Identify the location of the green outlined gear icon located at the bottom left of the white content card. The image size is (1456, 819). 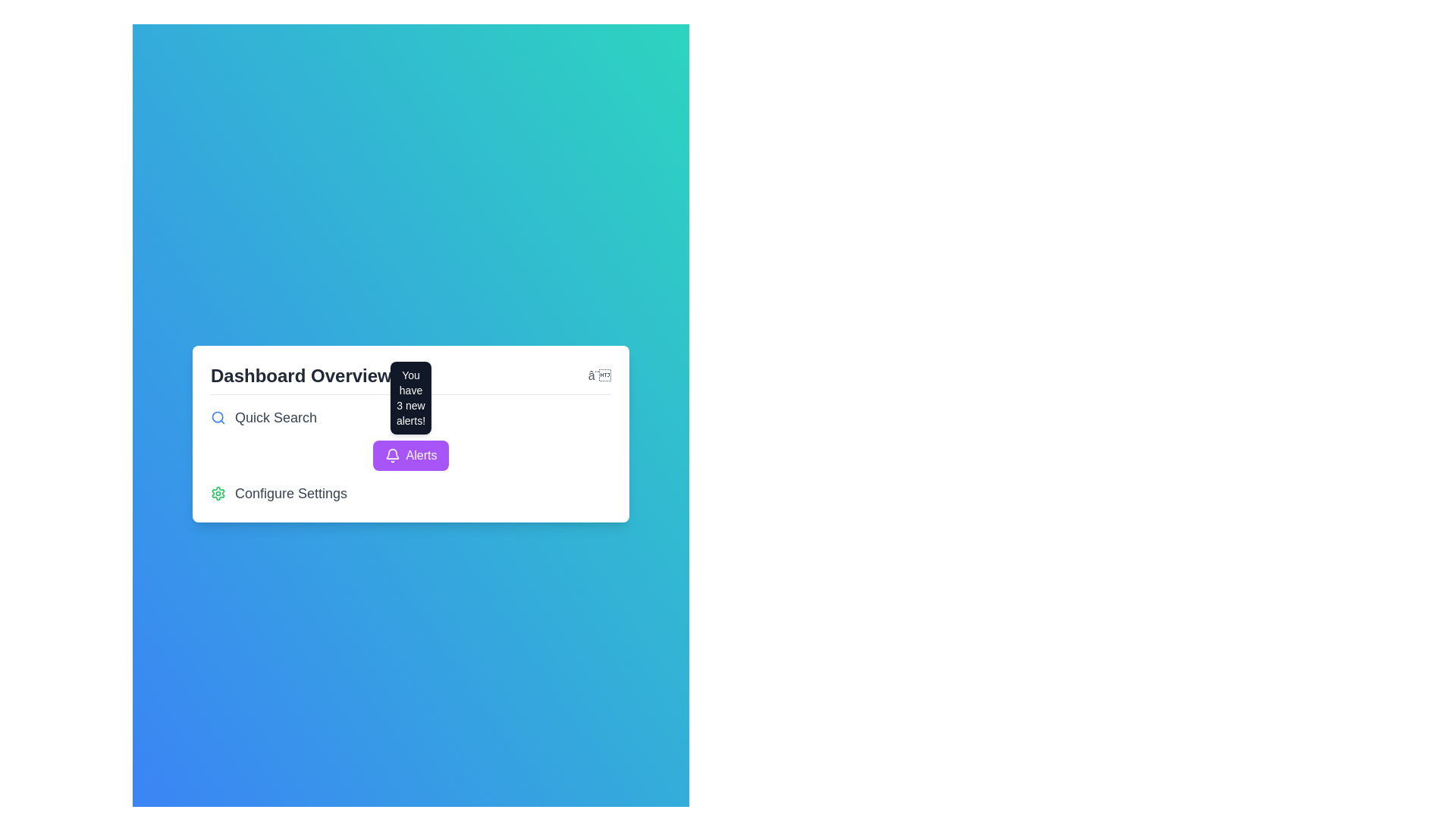
(218, 493).